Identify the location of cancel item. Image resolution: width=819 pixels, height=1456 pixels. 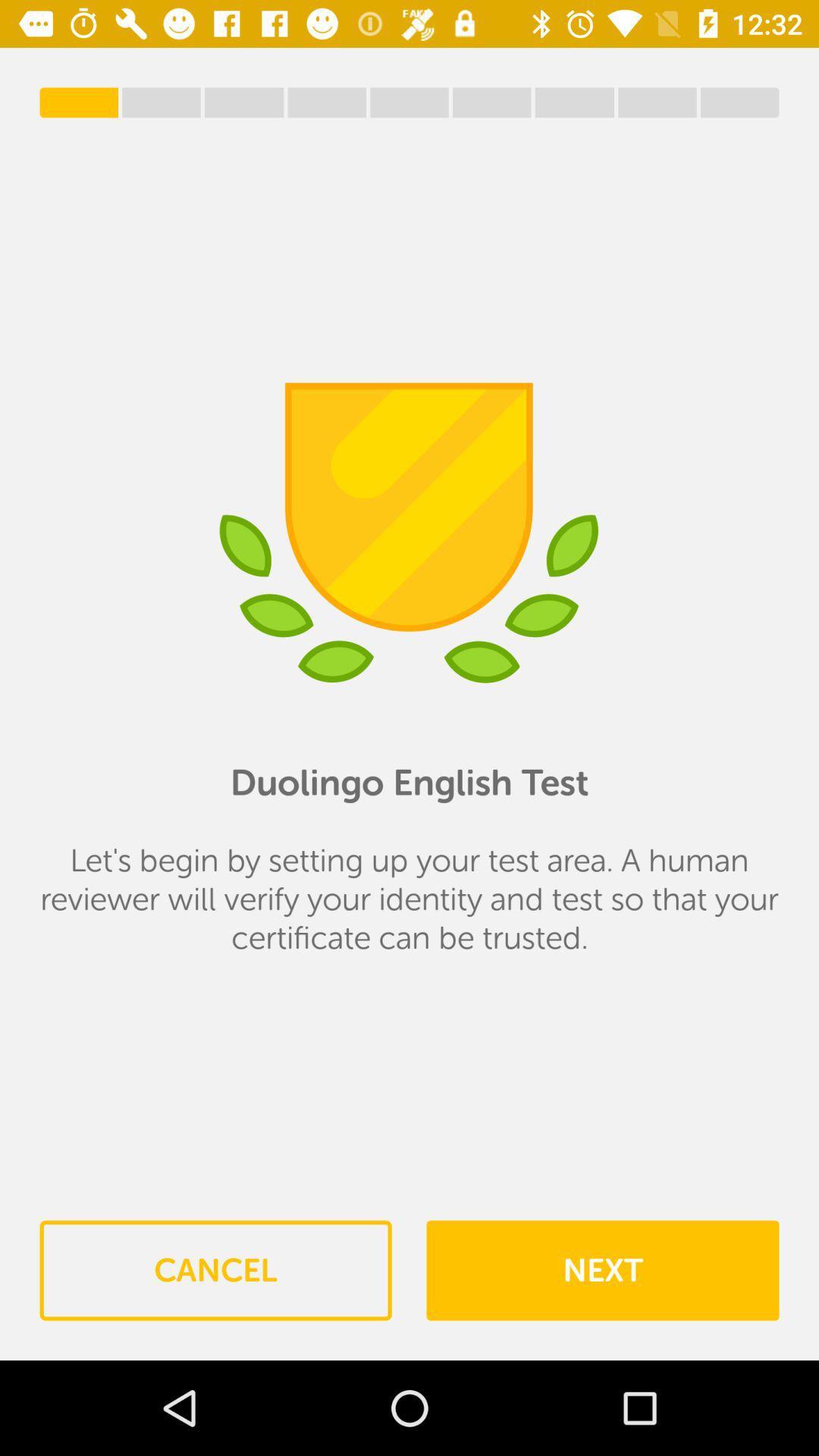
(215, 1270).